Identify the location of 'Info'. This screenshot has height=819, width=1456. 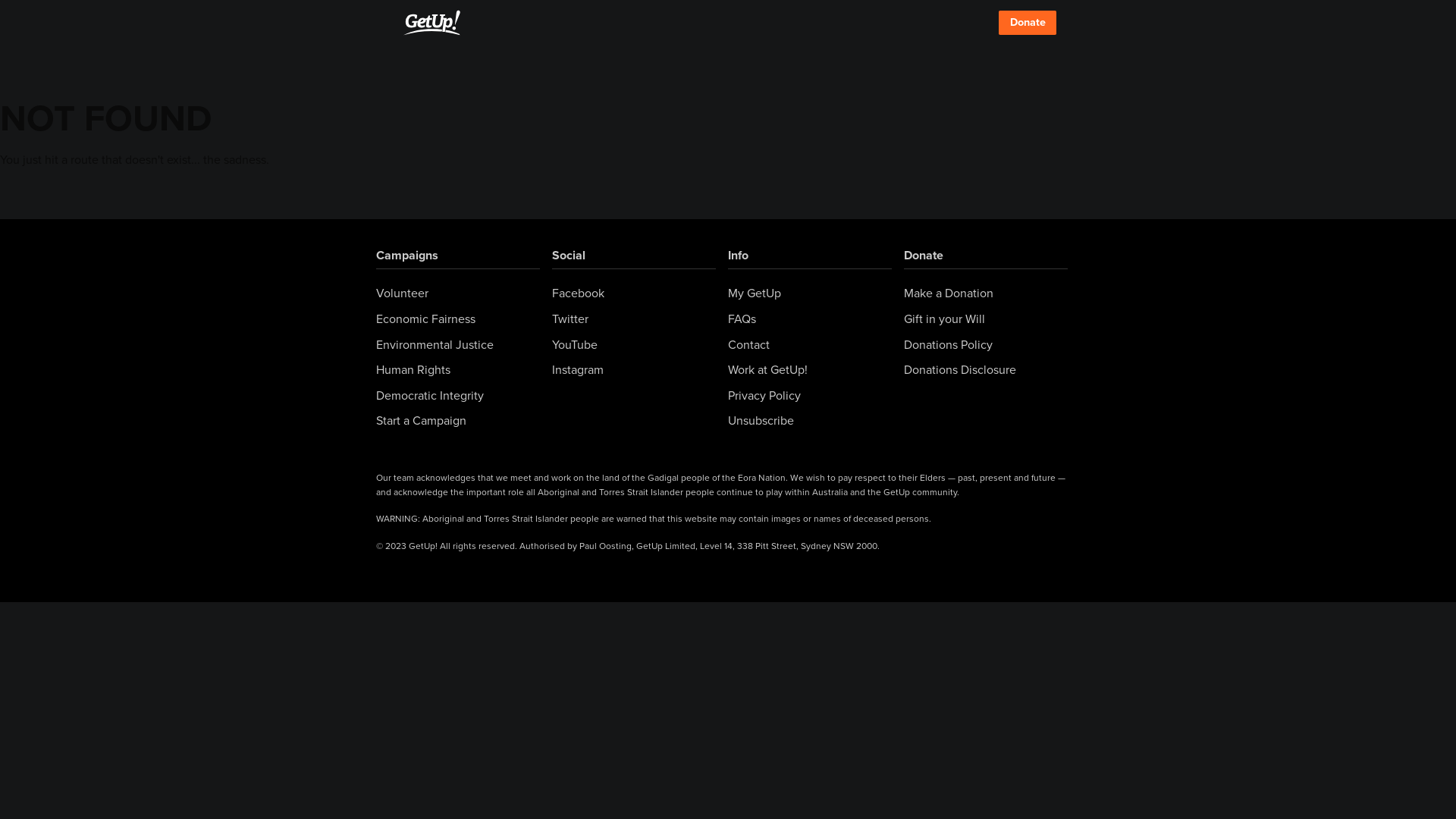
(738, 254).